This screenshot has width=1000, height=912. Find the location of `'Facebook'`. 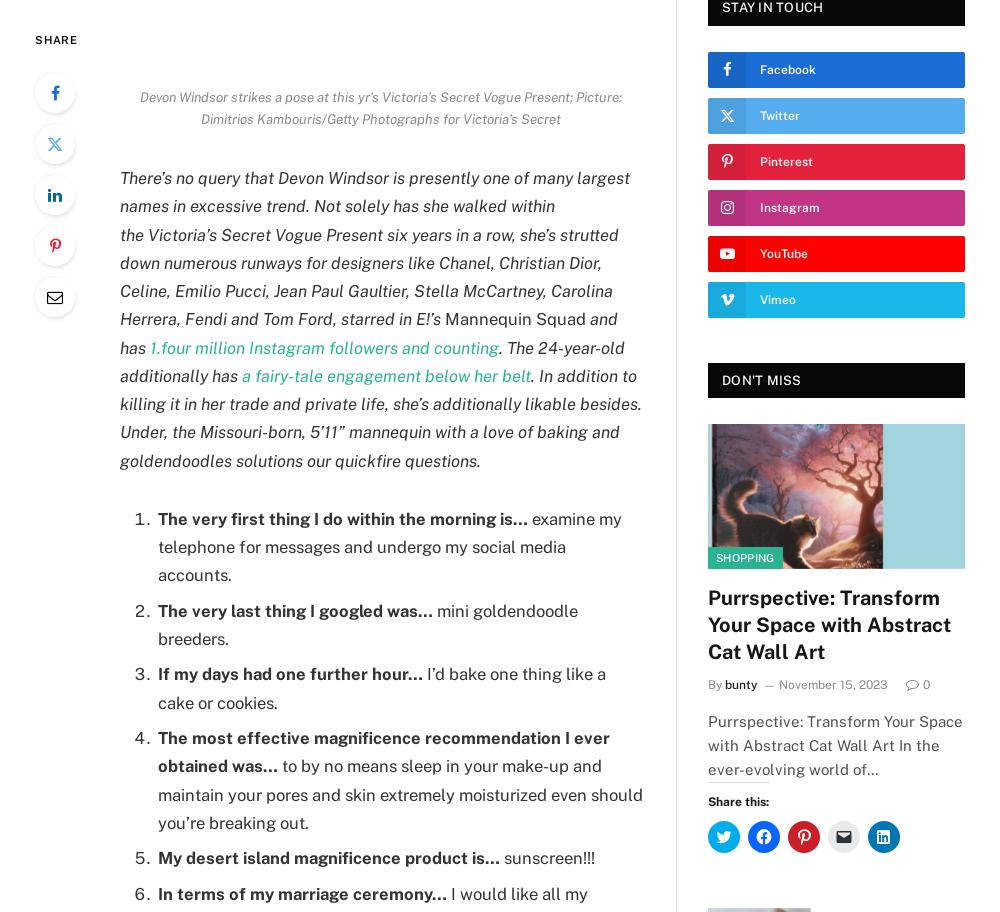

'Facebook' is located at coordinates (788, 68).